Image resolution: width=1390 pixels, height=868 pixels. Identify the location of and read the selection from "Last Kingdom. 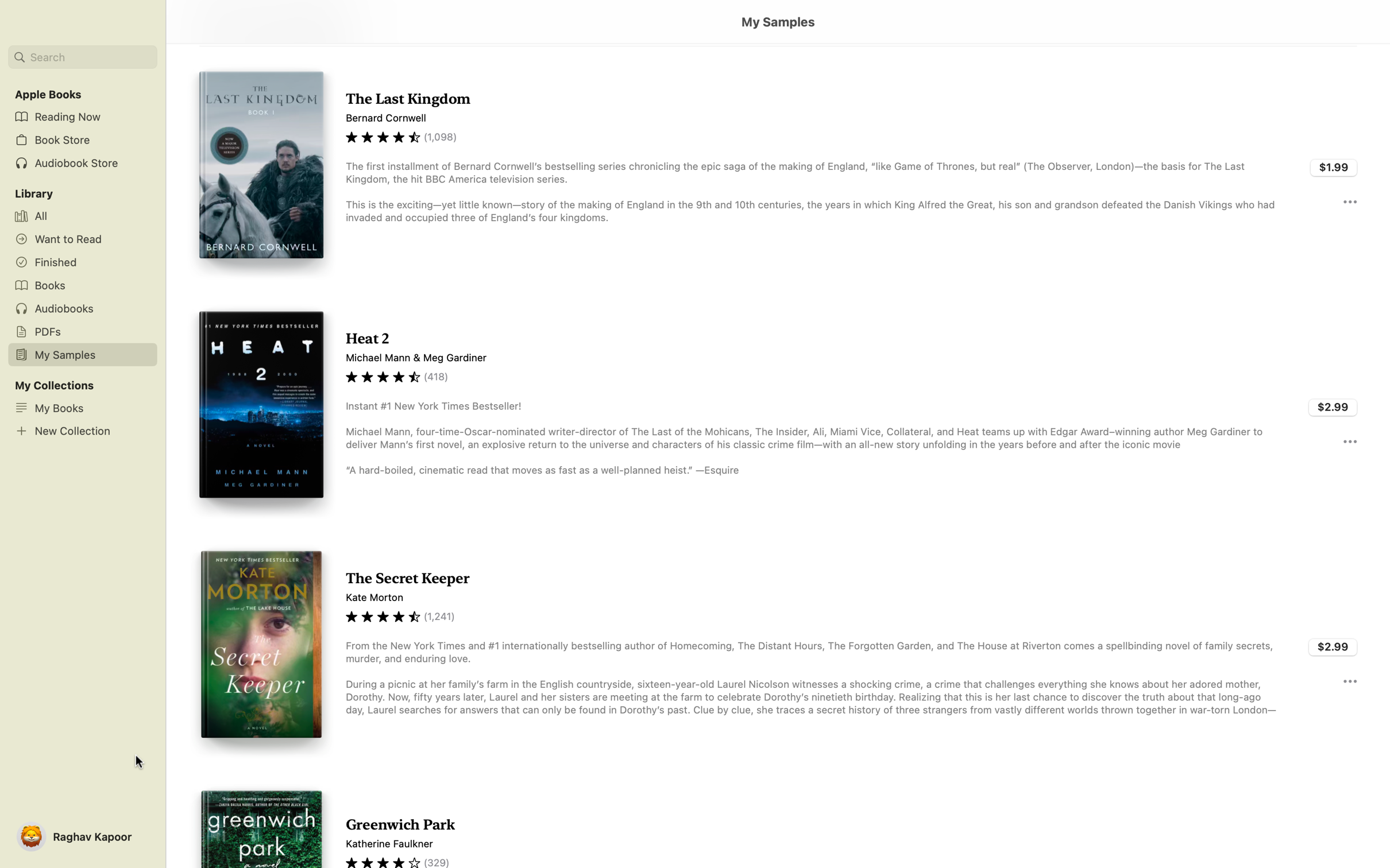
(777, 166).